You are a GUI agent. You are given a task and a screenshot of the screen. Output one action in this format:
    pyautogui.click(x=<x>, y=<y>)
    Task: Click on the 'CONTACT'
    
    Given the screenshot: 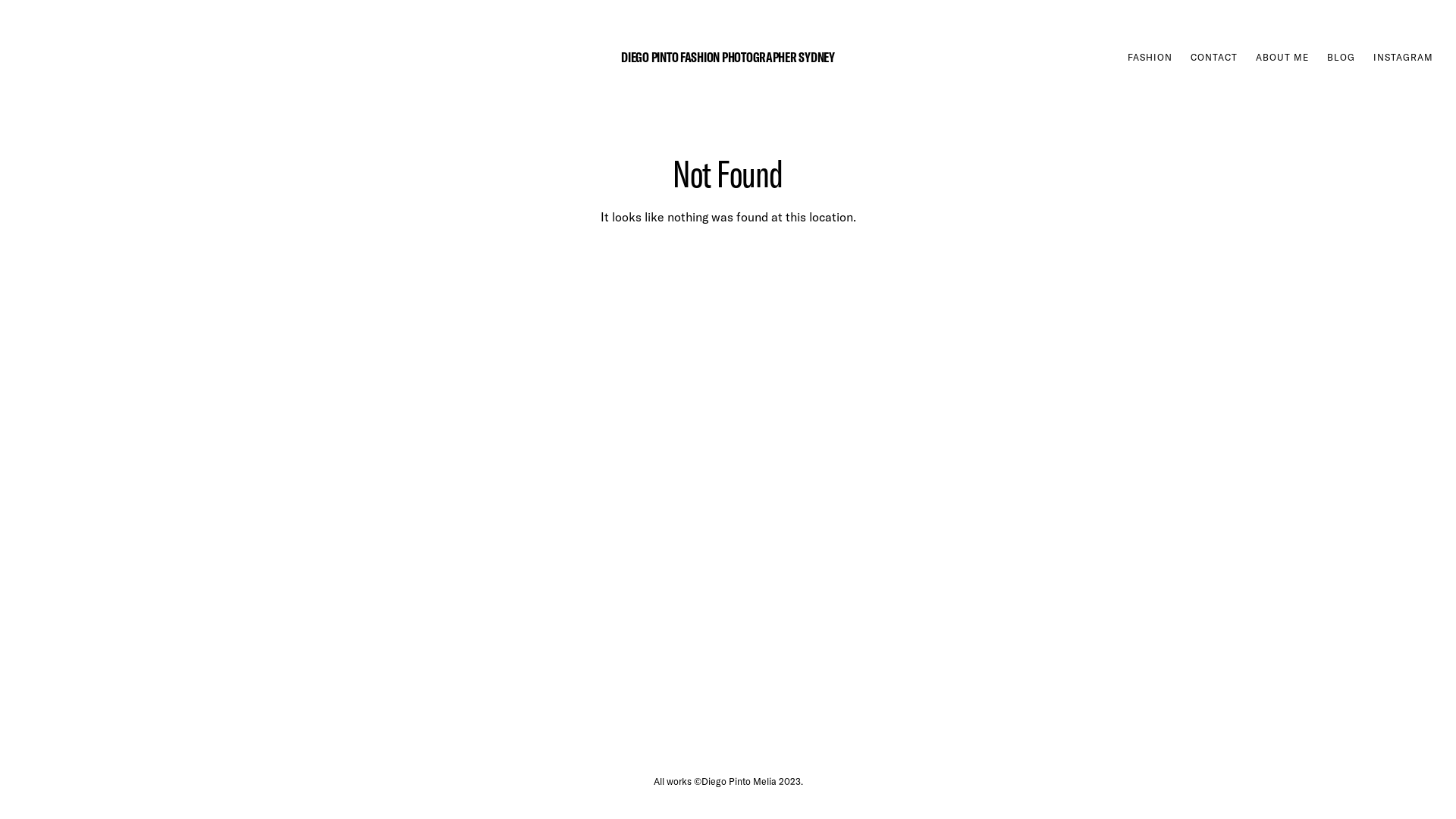 What is the action you would take?
    pyautogui.click(x=1189, y=56)
    